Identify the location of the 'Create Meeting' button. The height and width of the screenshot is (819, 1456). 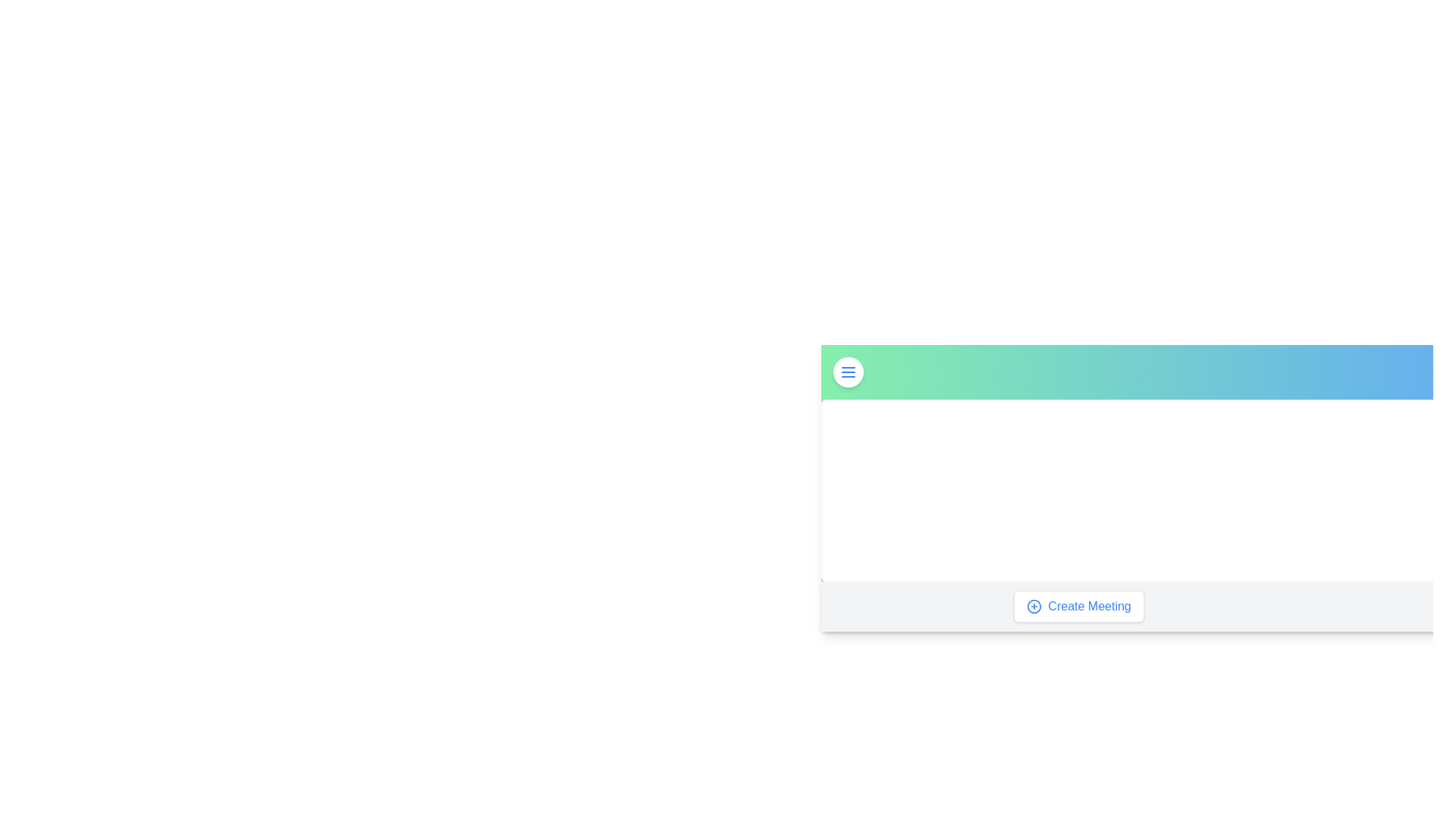
(1078, 605).